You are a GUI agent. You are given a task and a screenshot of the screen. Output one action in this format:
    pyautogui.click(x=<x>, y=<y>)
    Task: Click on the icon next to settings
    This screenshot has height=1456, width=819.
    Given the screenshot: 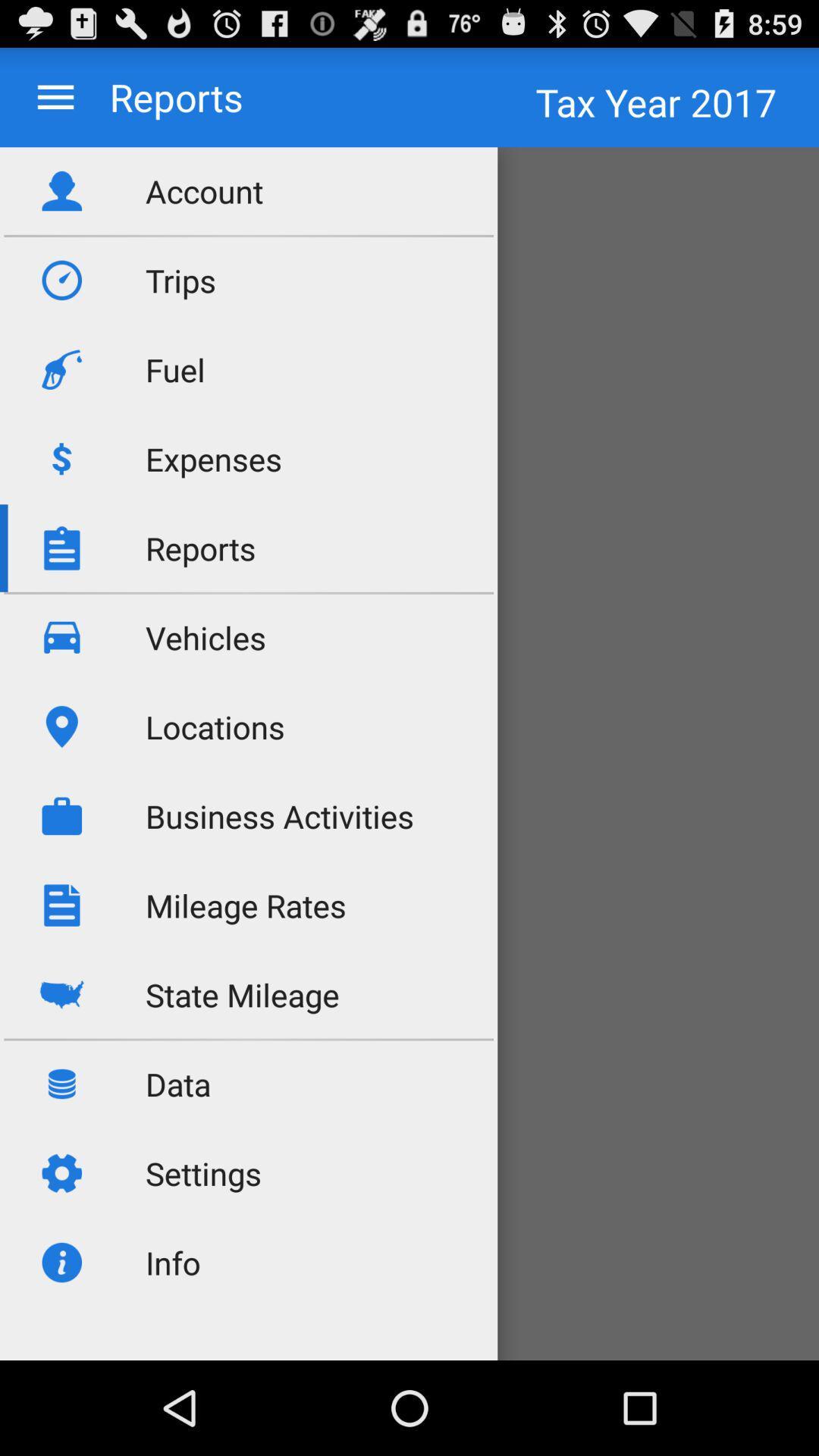 What is the action you would take?
    pyautogui.click(x=409, y=1277)
    